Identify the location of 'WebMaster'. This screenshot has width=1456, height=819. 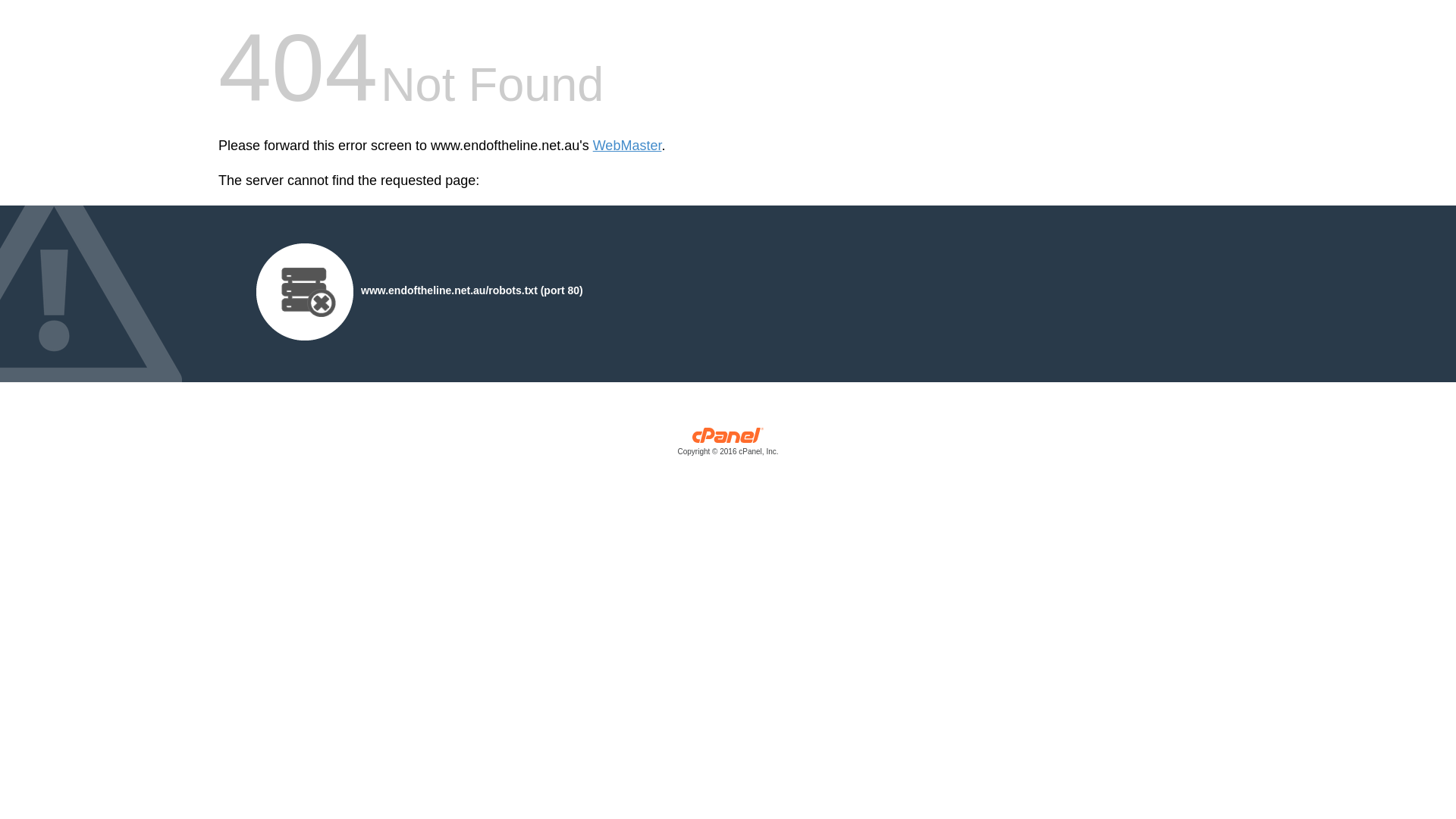
(627, 146).